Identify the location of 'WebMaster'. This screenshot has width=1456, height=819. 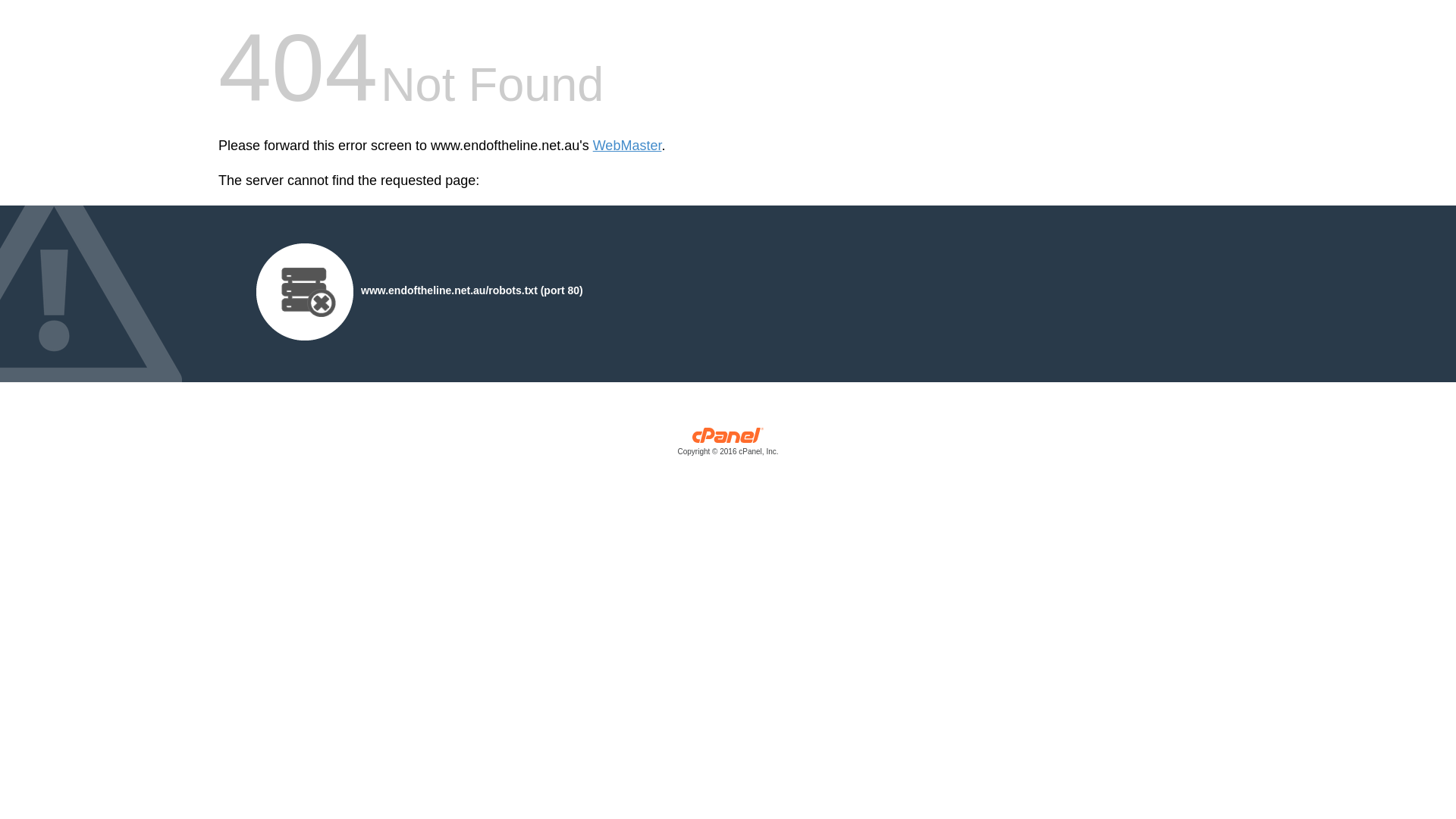
(627, 146).